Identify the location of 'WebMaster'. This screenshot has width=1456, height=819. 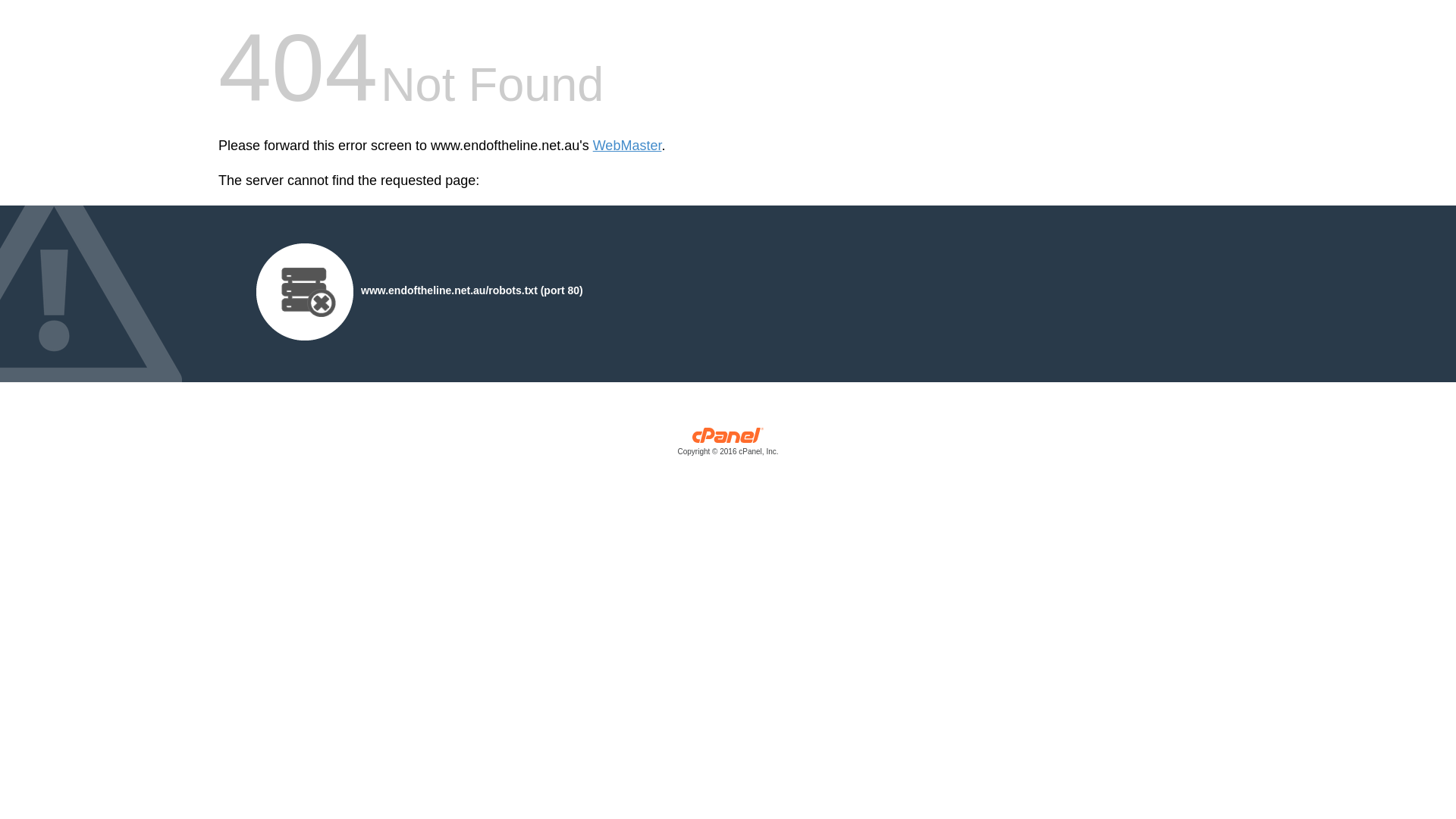
(627, 146).